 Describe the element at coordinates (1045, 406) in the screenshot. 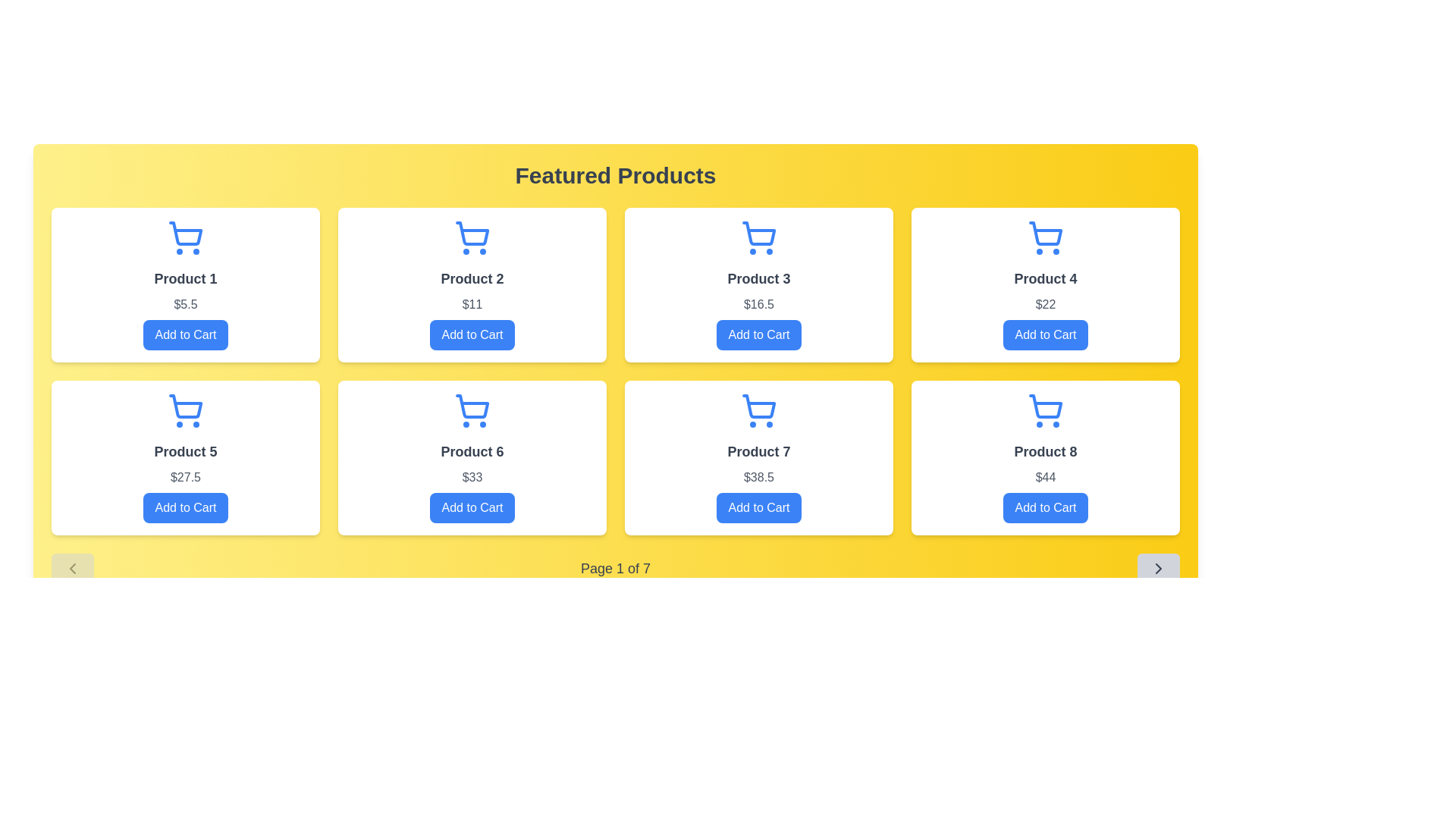

I see `the shopping cart icon located centrally at the top of the 'Product 8' card for information` at that location.